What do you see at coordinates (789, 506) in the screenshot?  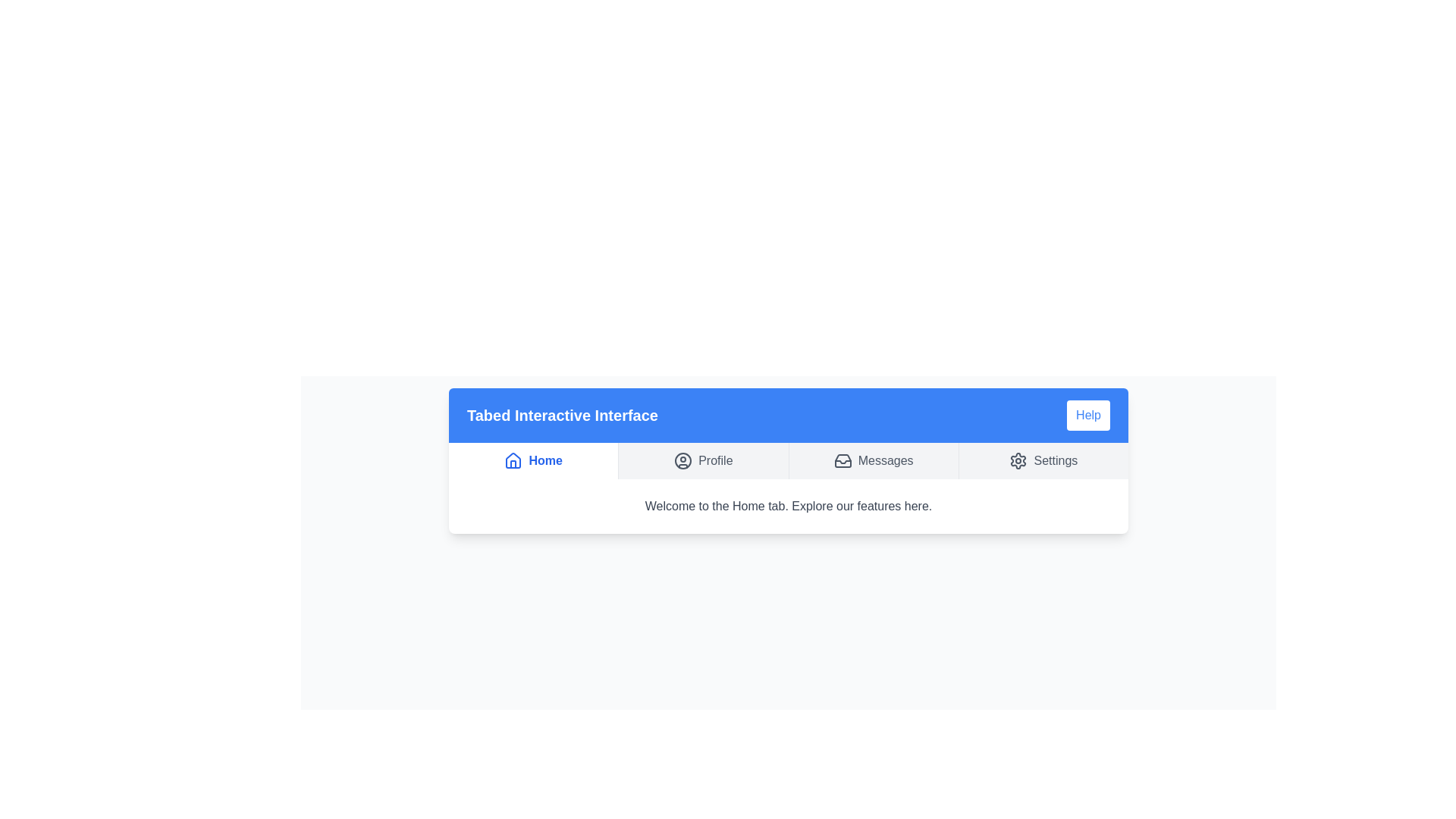 I see `the static text label that states 'Welcome to the Home tab. Explore our features here.', which is styled with a gray font color and located just below the navigation bar` at bounding box center [789, 506].